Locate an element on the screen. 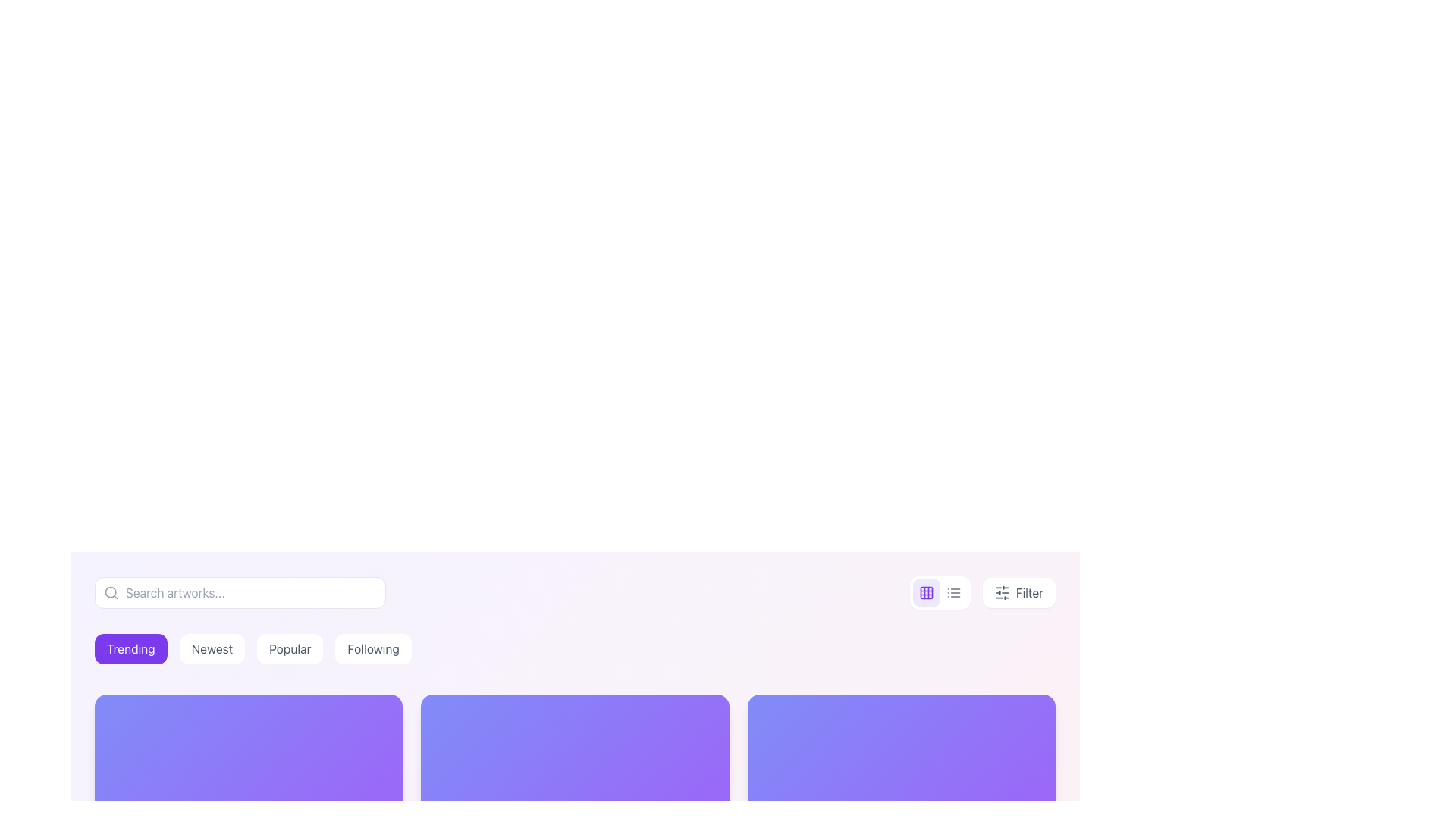 This screenshot has width=1456, height=819. the toggle button located in the top-right corner of the interface to change the display layout from grid format to list format is located at coordinates (952, 592).